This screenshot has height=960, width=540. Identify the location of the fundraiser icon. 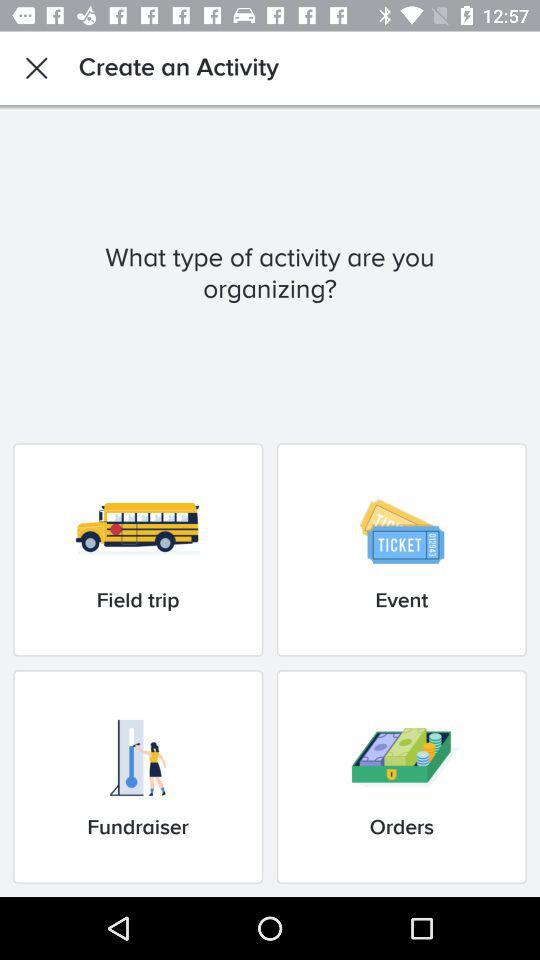
(137, 776).